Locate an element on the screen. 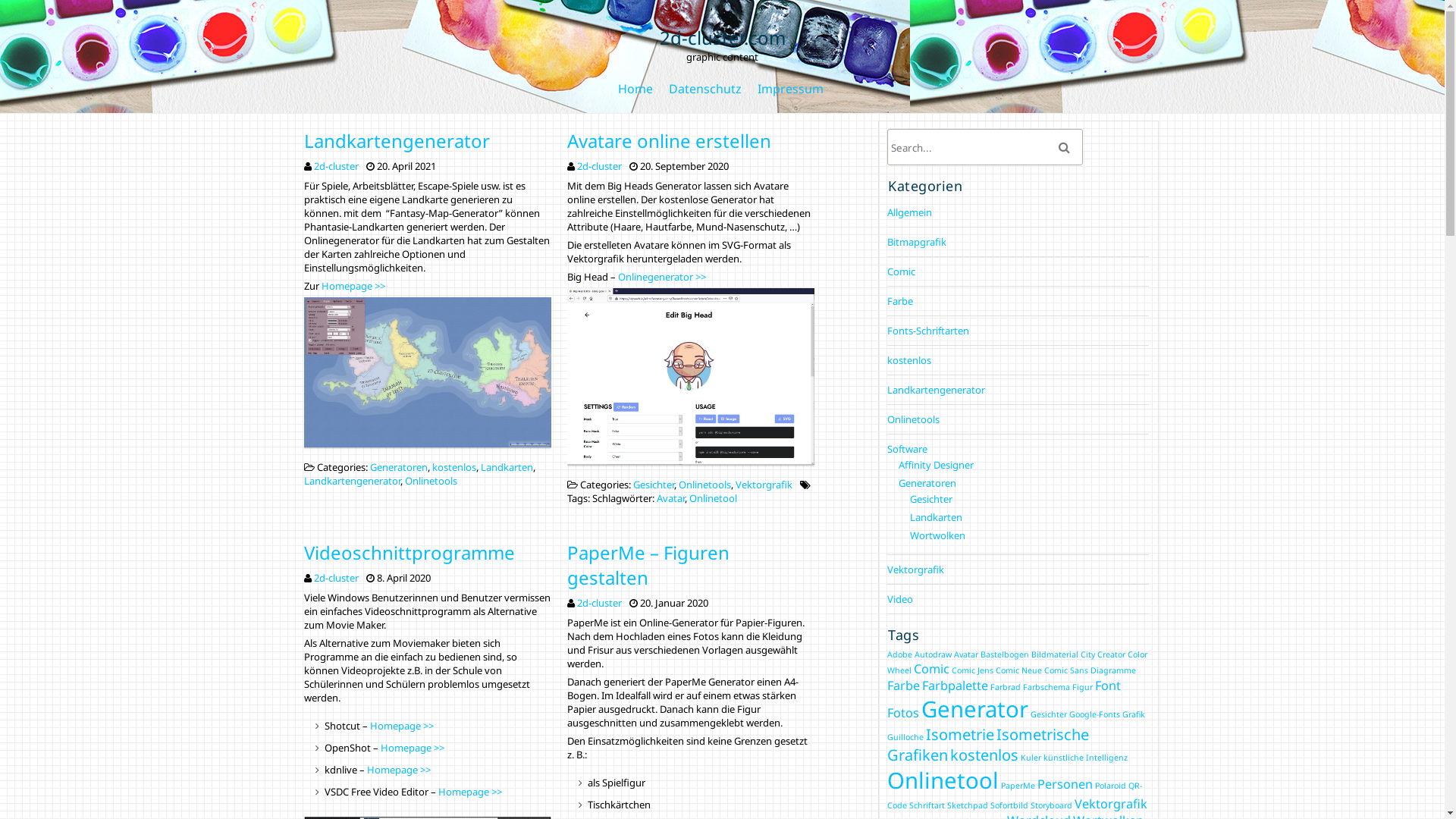  'Landkartengenerator' is located at coordinates (396, 140).